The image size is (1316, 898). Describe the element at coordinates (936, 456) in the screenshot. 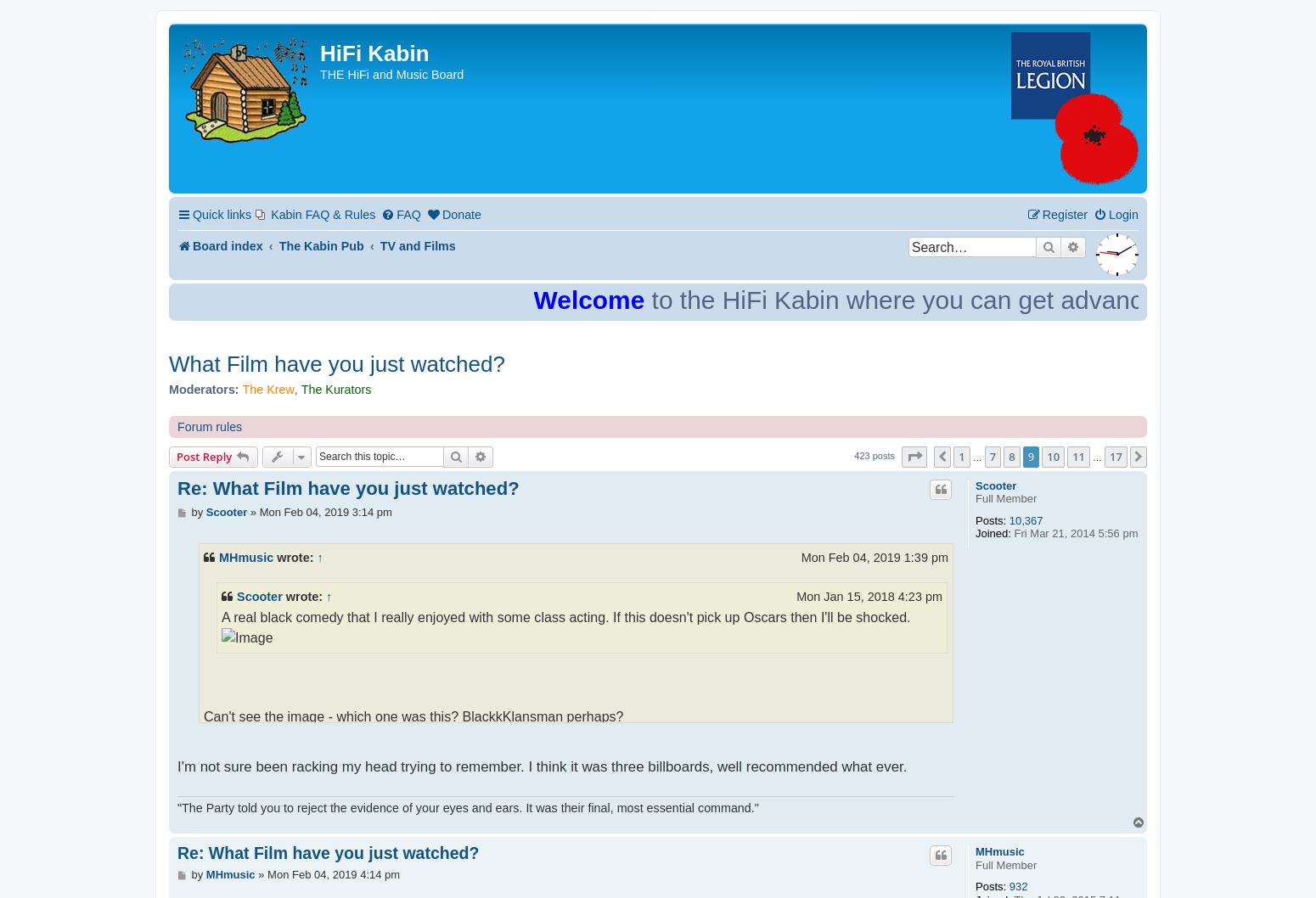

I see `'Page'` at that location.